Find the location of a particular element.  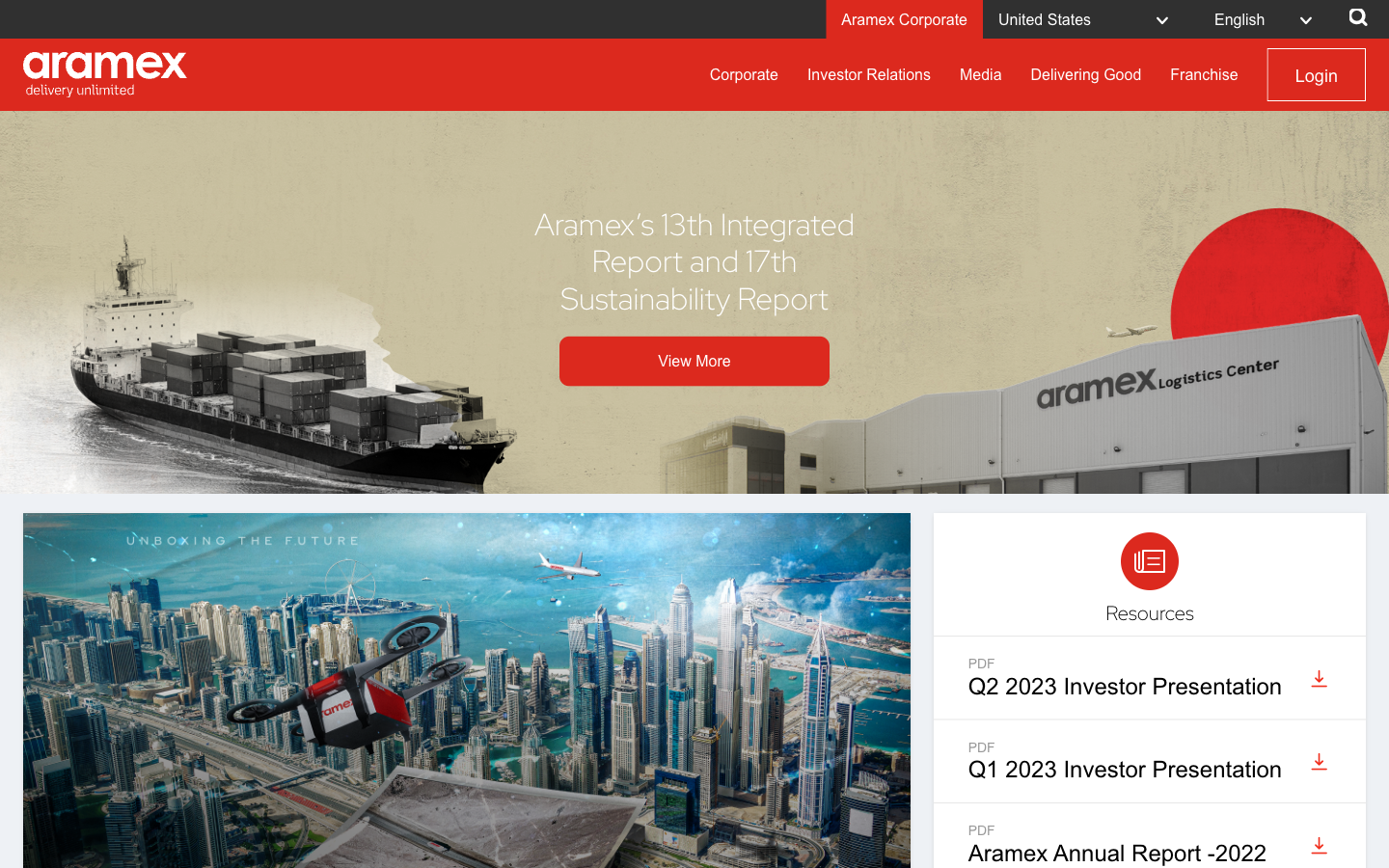

the view more button for Aramex’s 13th Integrated Report and 17th Sustainability Report is located at coordinates (694, 361).